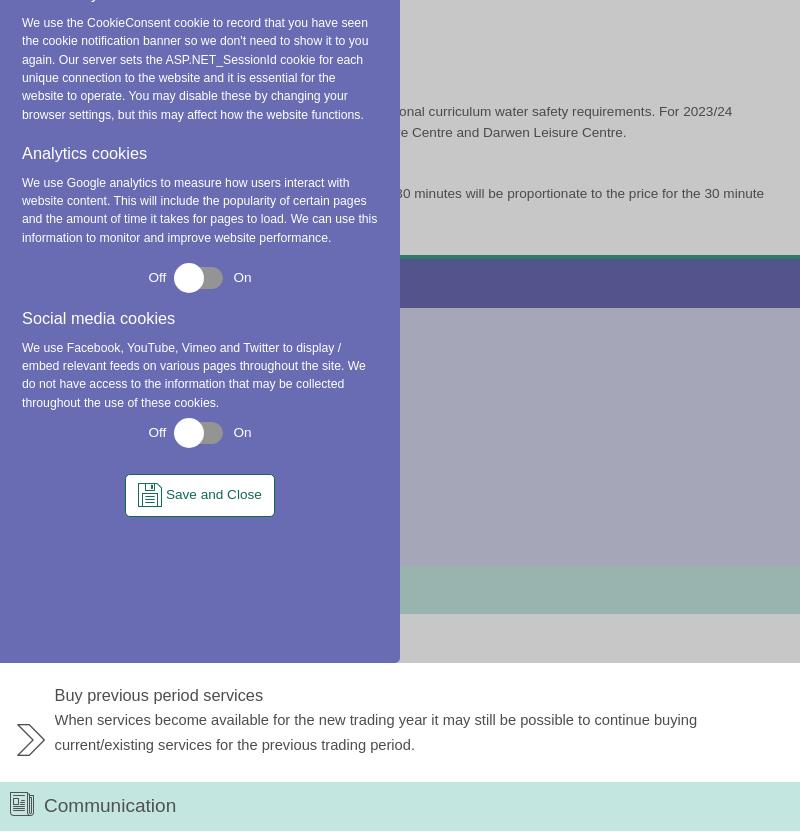  I want to click on 'Accessibility', so click(577, 287).